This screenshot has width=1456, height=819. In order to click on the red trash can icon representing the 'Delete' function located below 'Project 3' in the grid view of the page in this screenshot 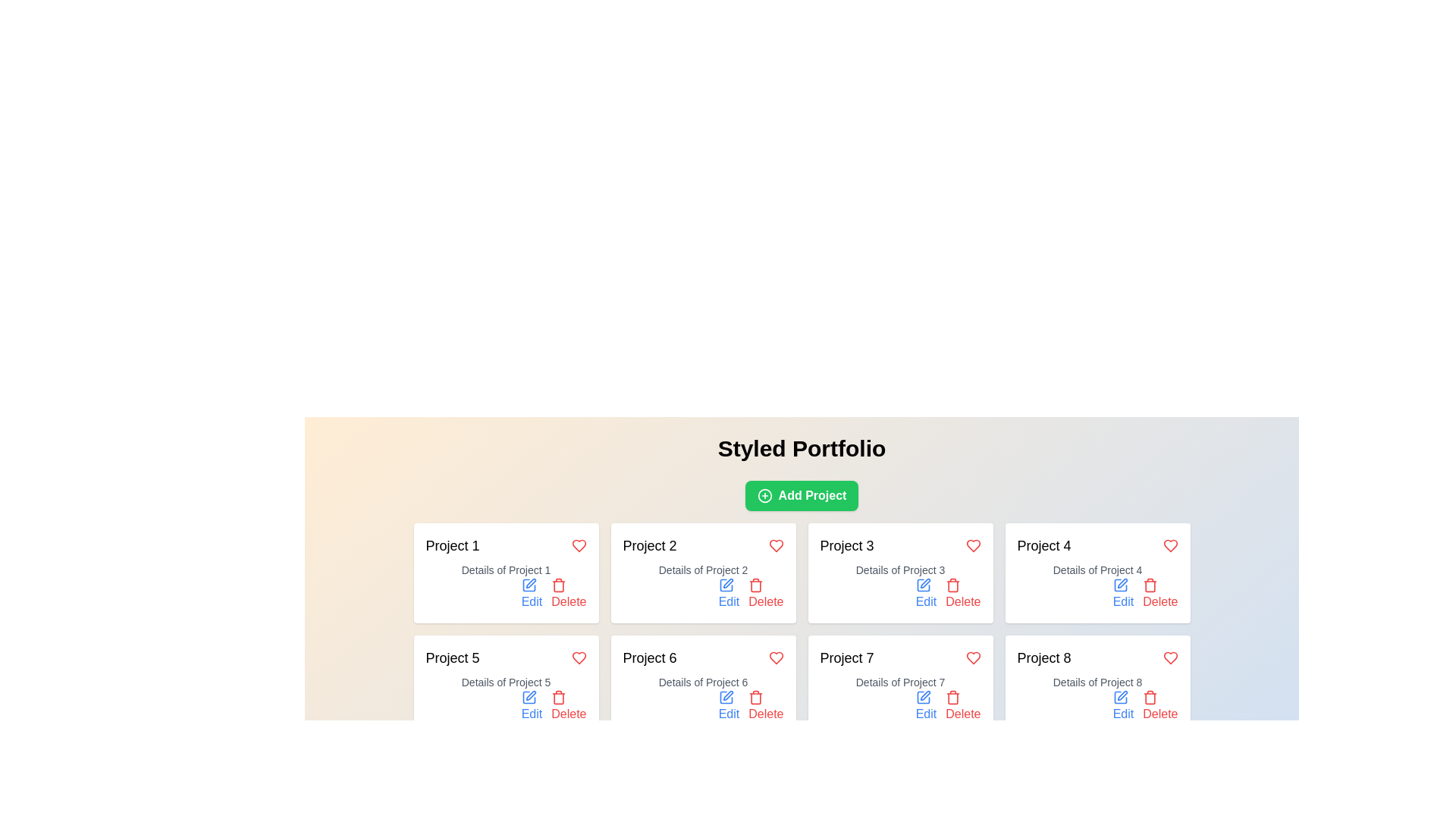, I will do `click(952, 584)`.